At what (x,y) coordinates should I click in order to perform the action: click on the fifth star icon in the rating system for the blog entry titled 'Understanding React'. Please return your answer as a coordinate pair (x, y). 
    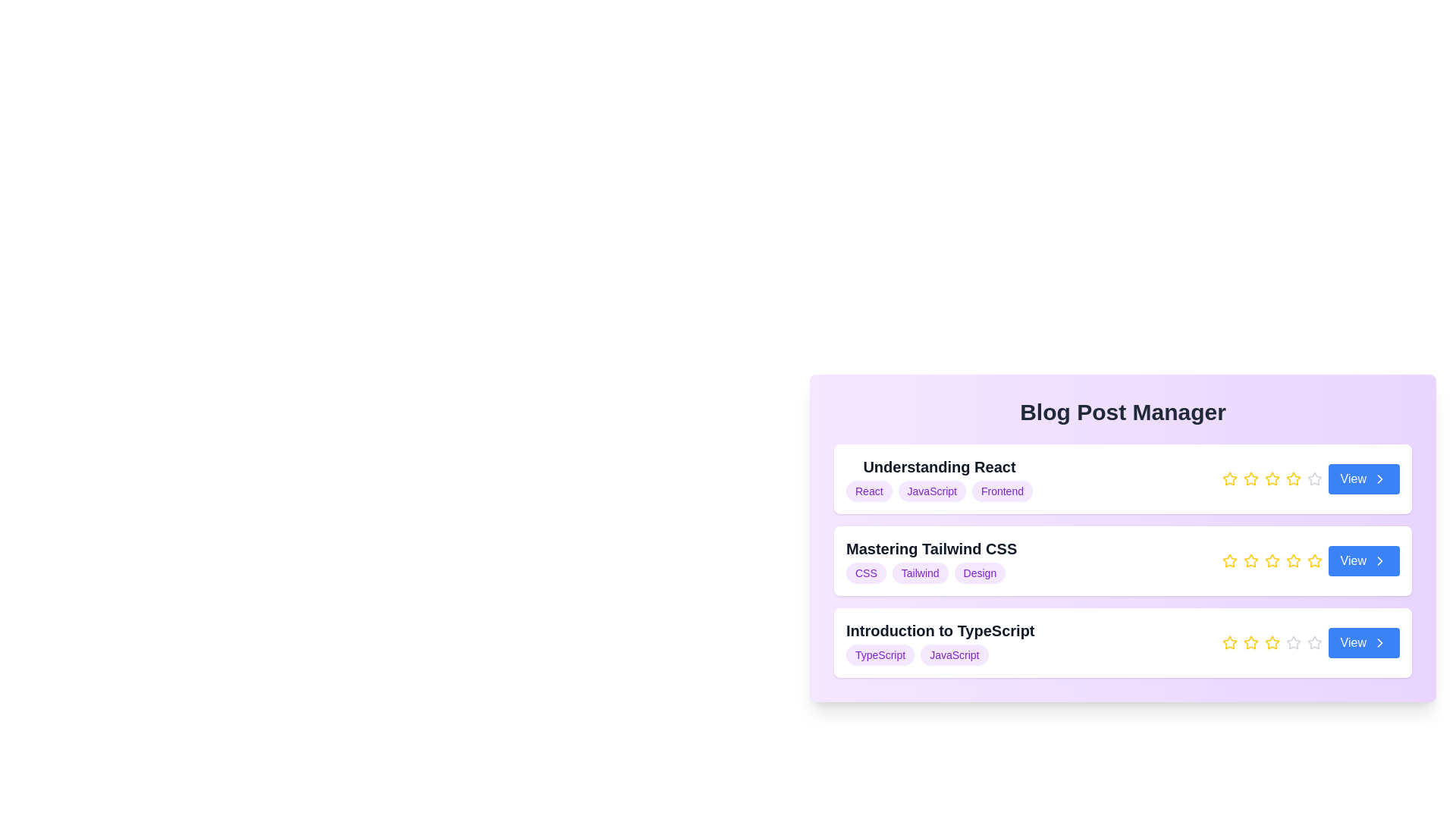
    Looking at the image, I should click on (1292, 479).